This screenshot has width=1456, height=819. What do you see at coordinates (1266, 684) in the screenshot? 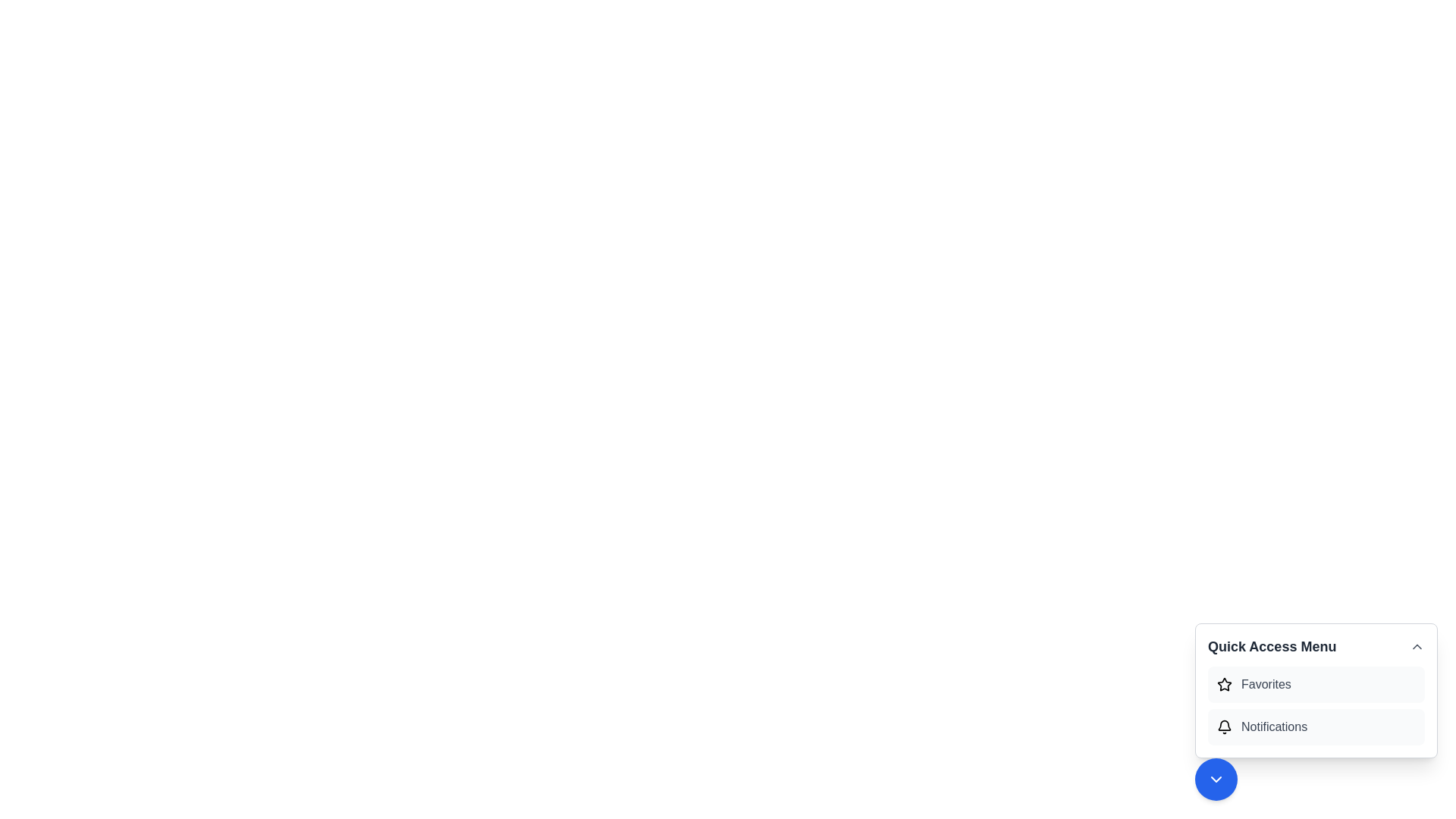
I see `the 'Favorites' label, which is a medium gray text label part of a menu list item, located to the right of a star icon` at bounding box center [1266, 684].